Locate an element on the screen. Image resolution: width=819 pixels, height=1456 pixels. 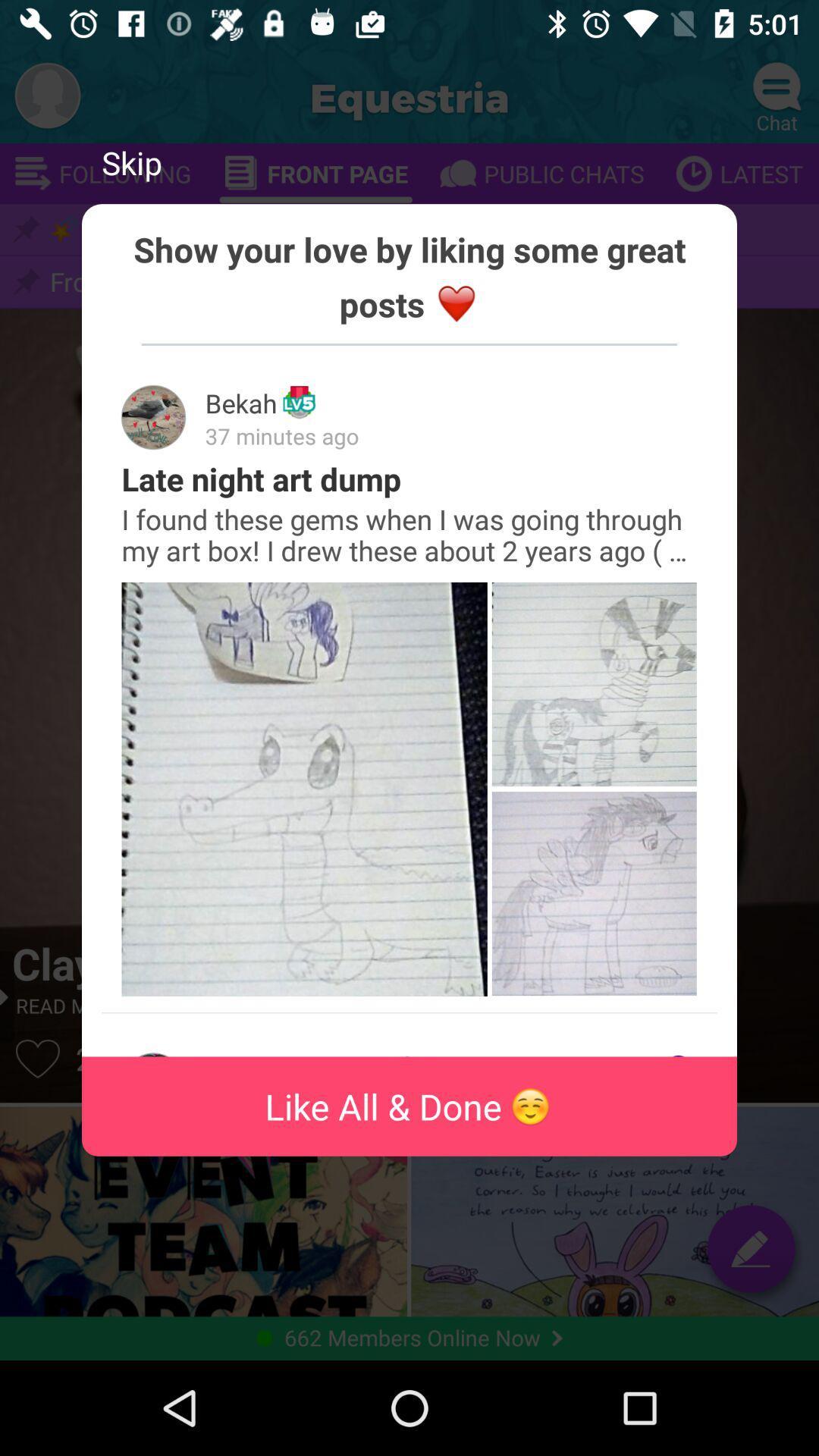
the avatar icon is located at coordinates (46, 94).